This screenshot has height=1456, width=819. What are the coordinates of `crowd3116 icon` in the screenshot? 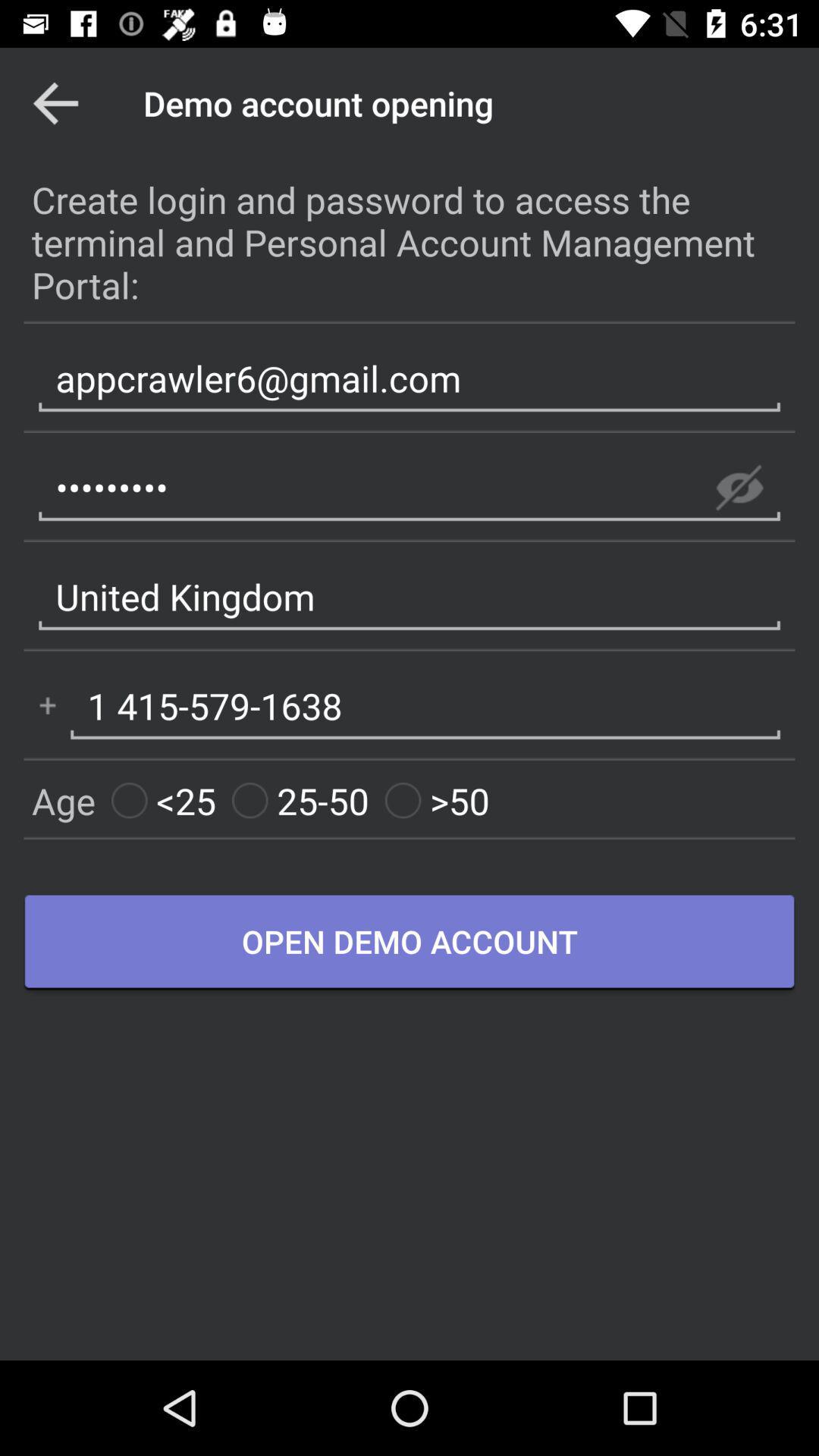 It's located at (409, 488).